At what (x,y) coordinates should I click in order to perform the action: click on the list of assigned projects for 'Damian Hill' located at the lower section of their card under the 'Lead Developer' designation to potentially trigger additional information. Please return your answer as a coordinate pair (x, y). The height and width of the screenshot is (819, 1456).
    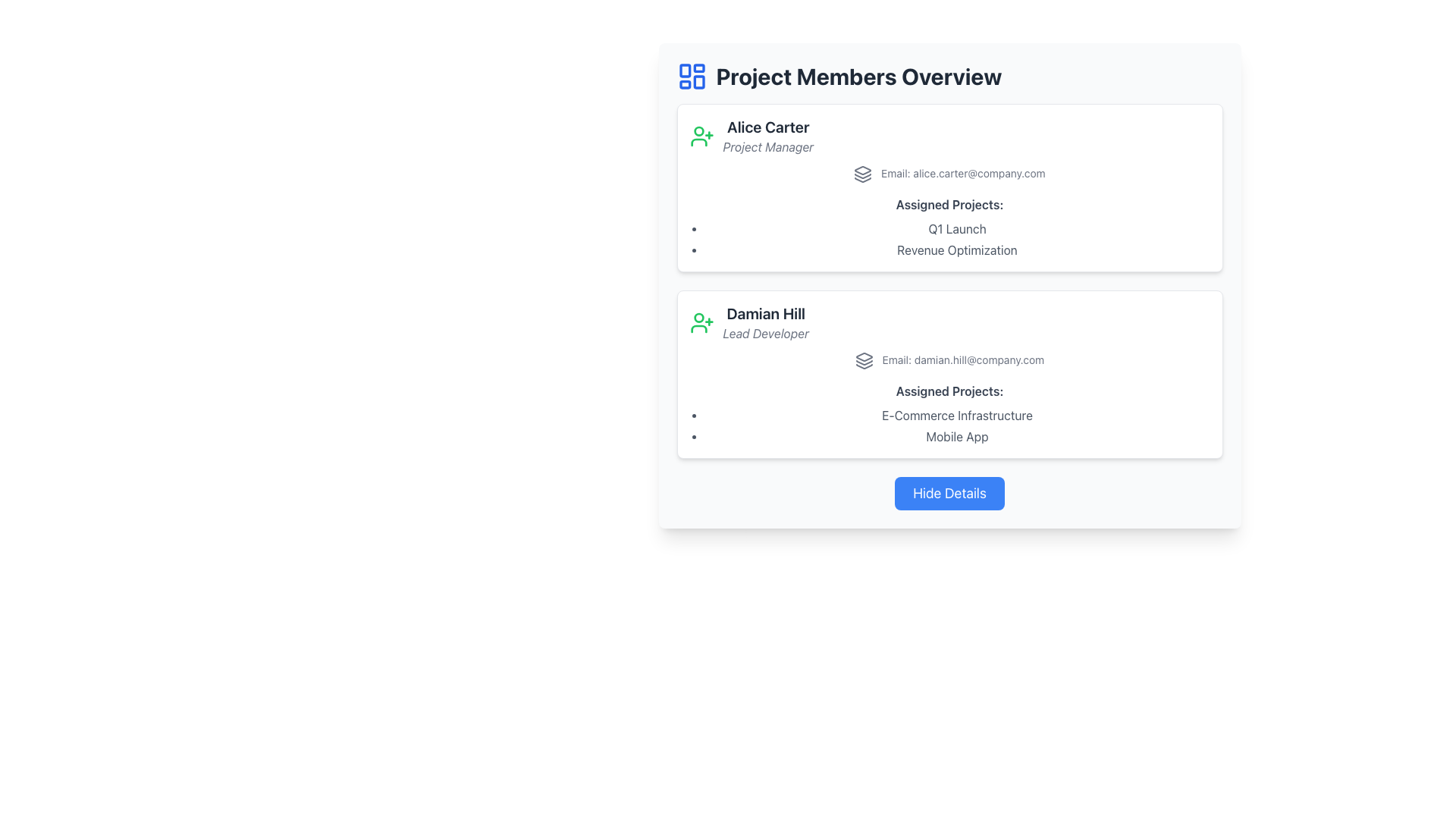
    Looking at the image, I should click on (949, 414).